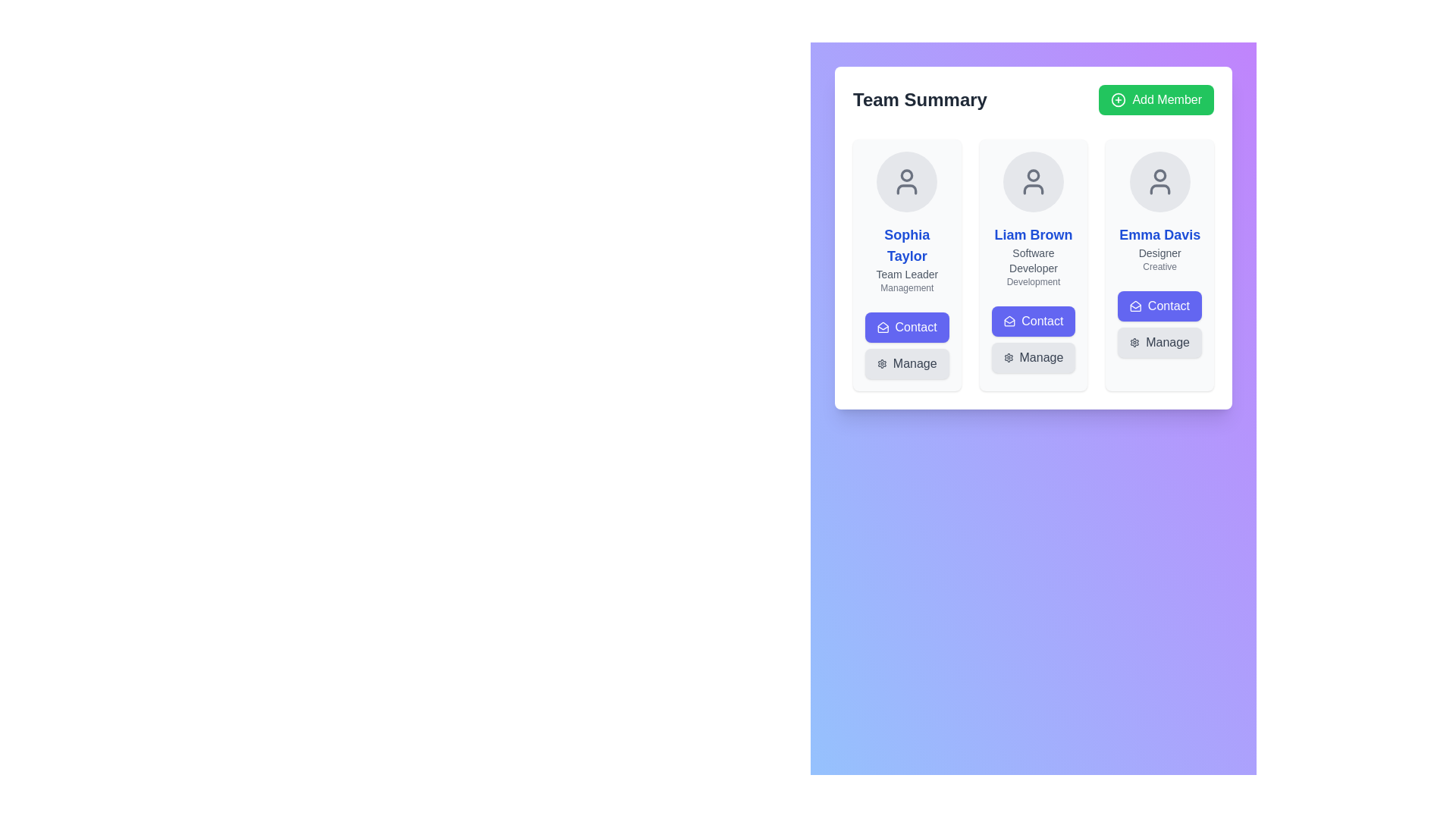  Describe the element at coordinates (1119, 99) in the screenshot. I see `the circular icon with a light green border located to the left of the 'Add Member' button in the 'Team Summary' section` at that location.